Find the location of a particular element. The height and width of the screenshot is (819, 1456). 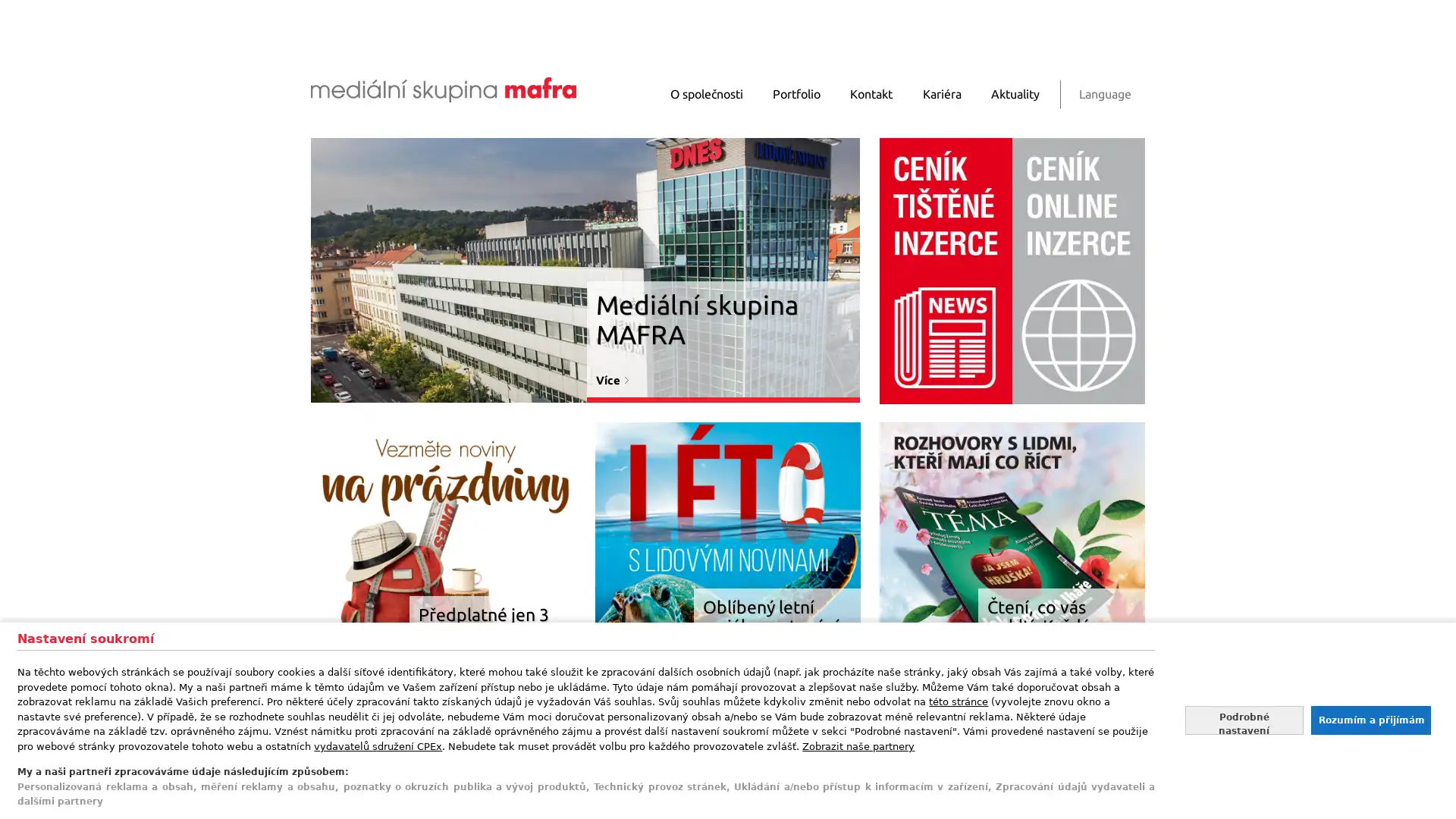

Nastavte sve souhlasy is located at coordinates (1244, 719).